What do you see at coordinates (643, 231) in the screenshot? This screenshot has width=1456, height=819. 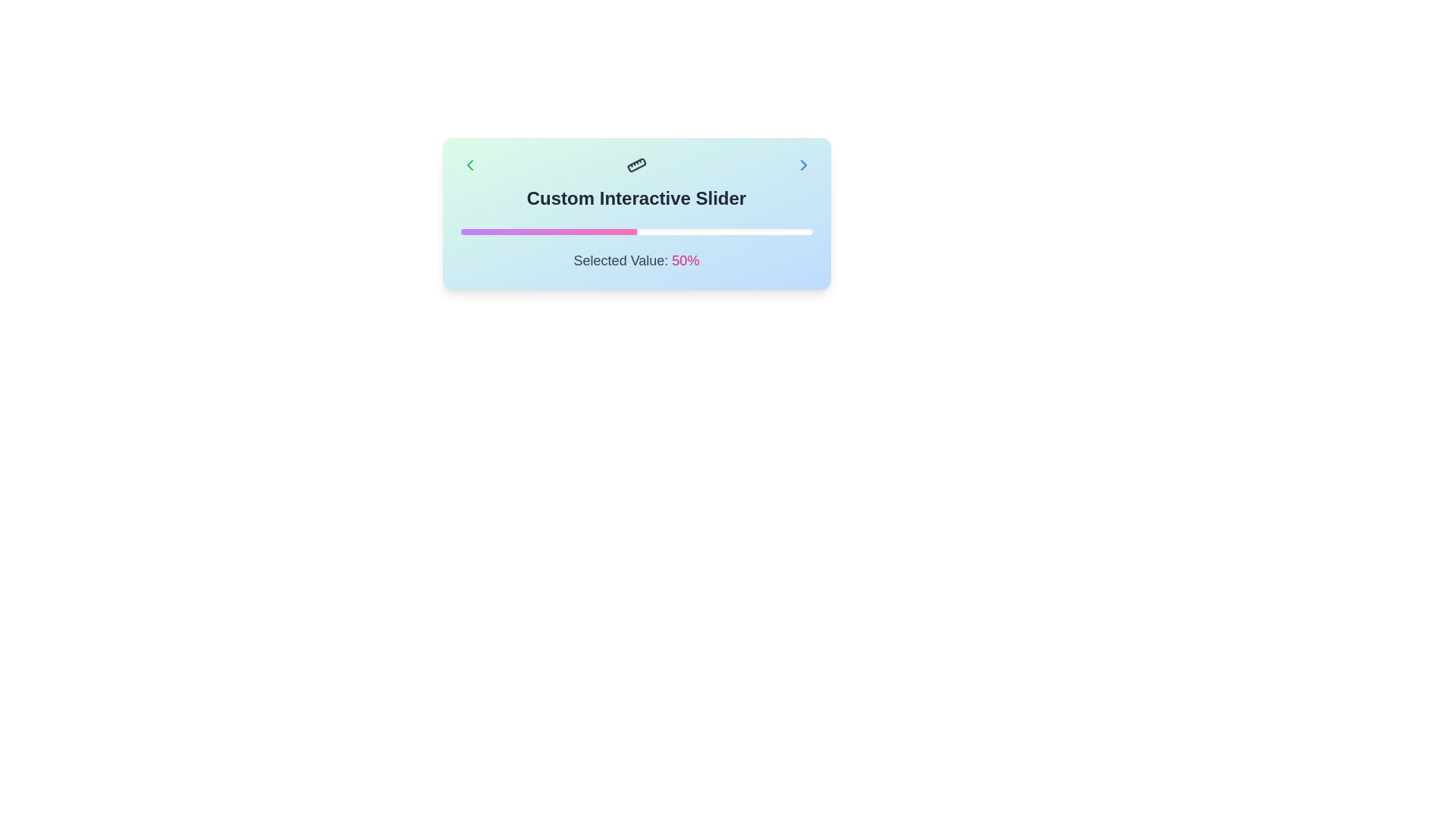 I see `the slider value` at bounding box center [643, 231].